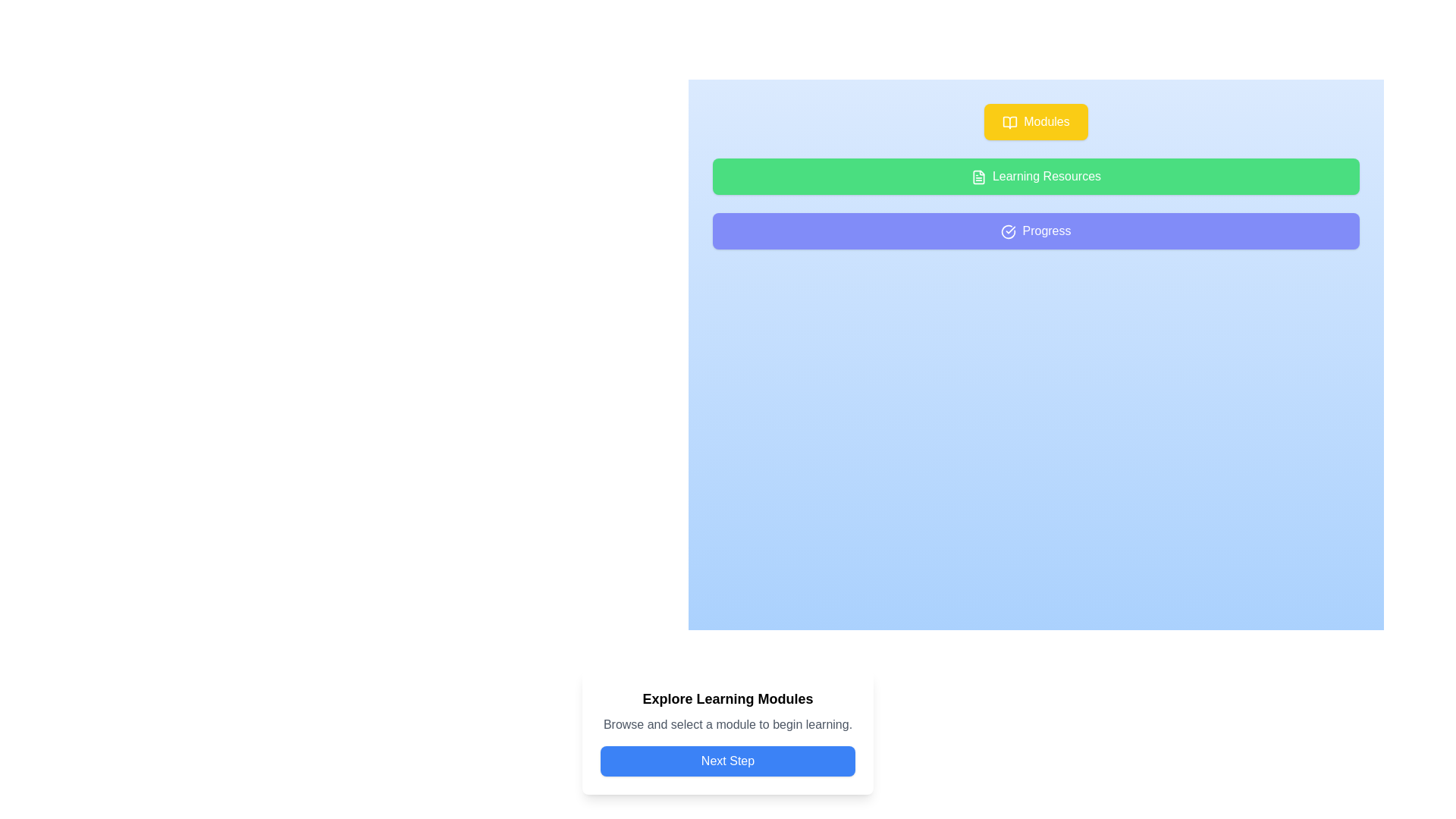  What do you see at coordinates (1035, 121) in the screenshot?
I see `the 'Modules' button, which has a yellow background, white text, and a rounded rectangular shape` at bounding box center [1035, 121].